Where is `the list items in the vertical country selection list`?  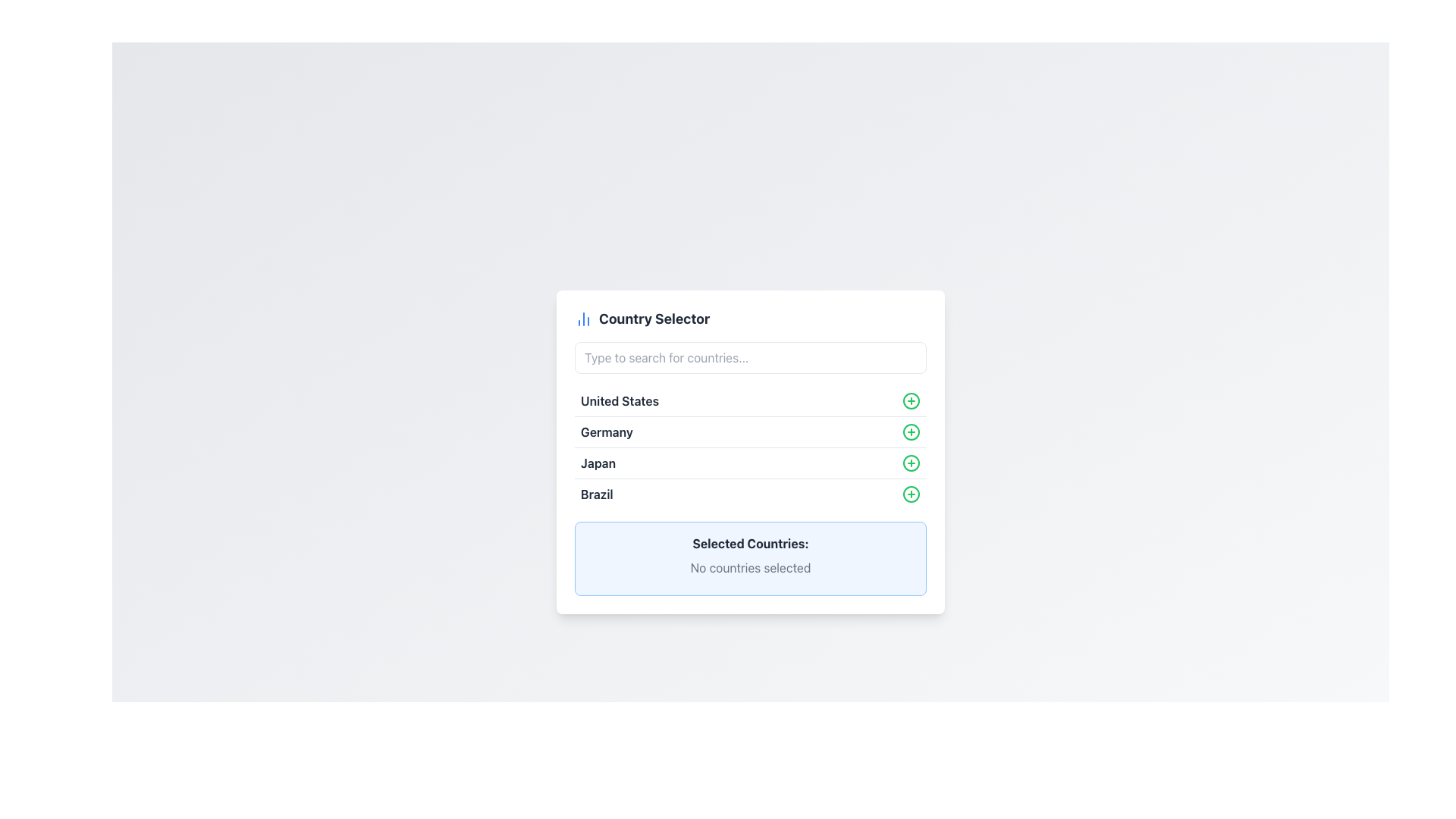
the list items in the vertical country selection list is located at coordinates (750, 451).